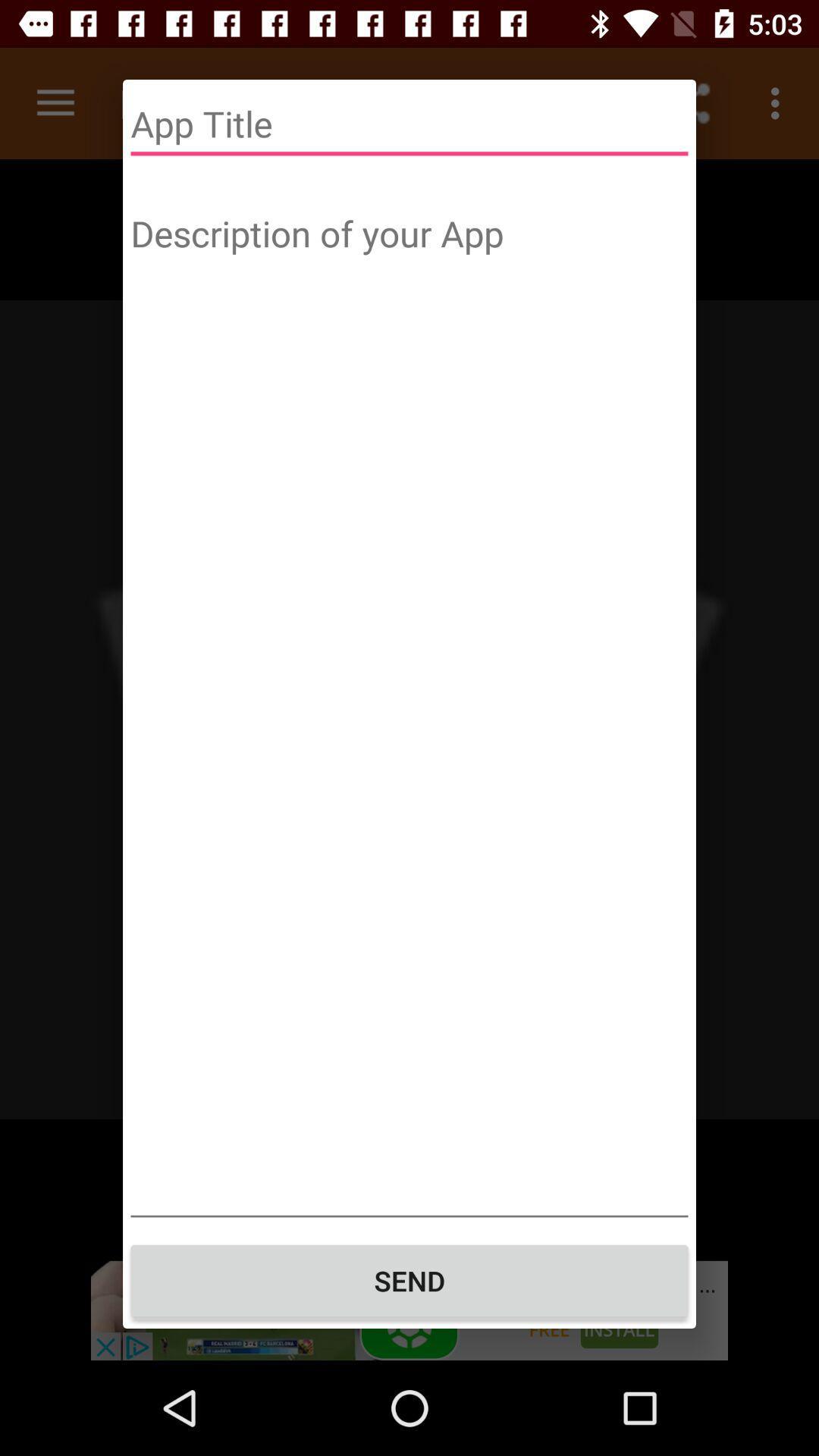 The image size is (819, 1456). What do you see at coordinates (409, 710) in the screenshot?
I see `app description` at bounding box center [409, 710].